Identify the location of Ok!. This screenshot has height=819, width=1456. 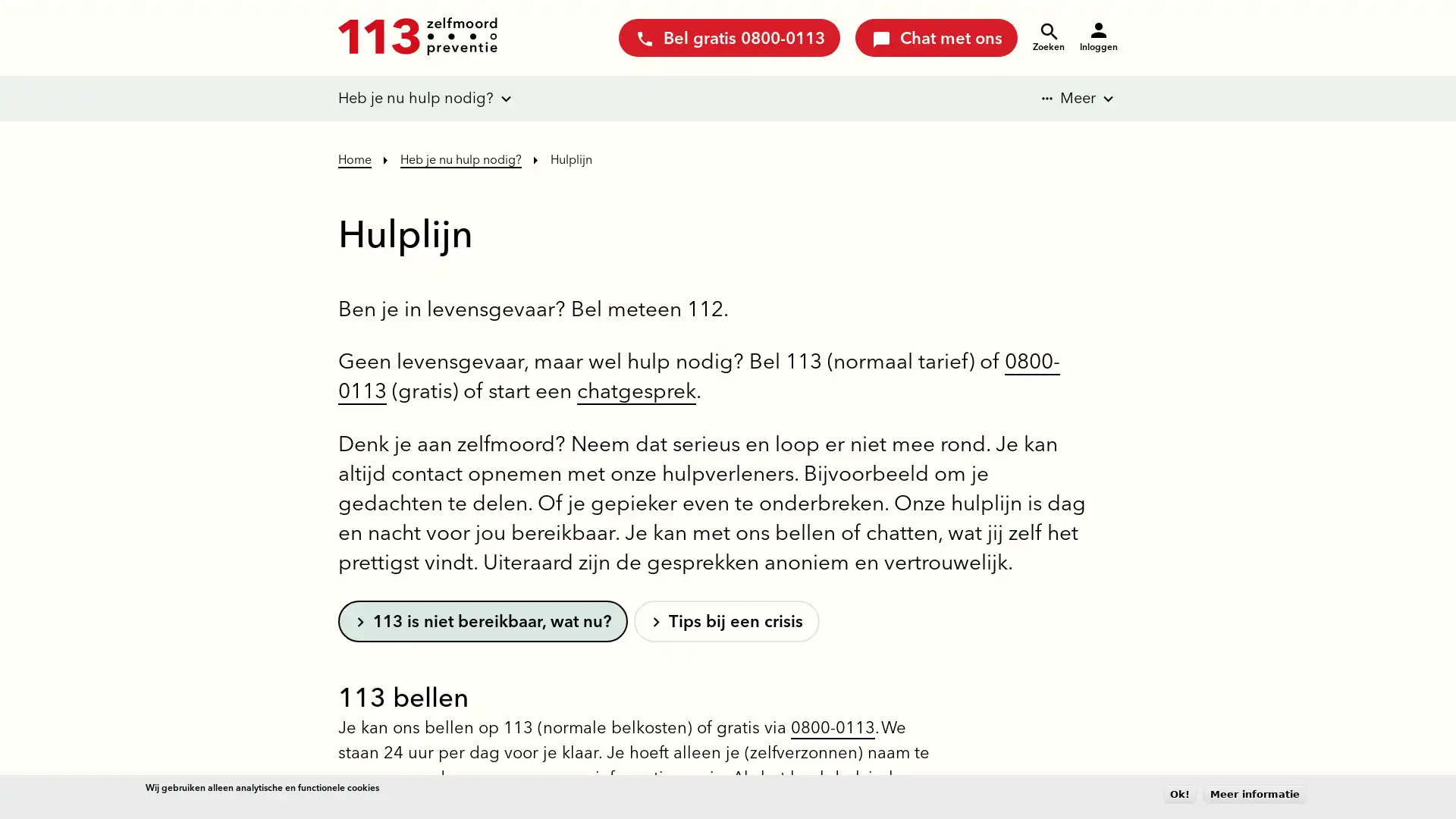
(1178, 793).